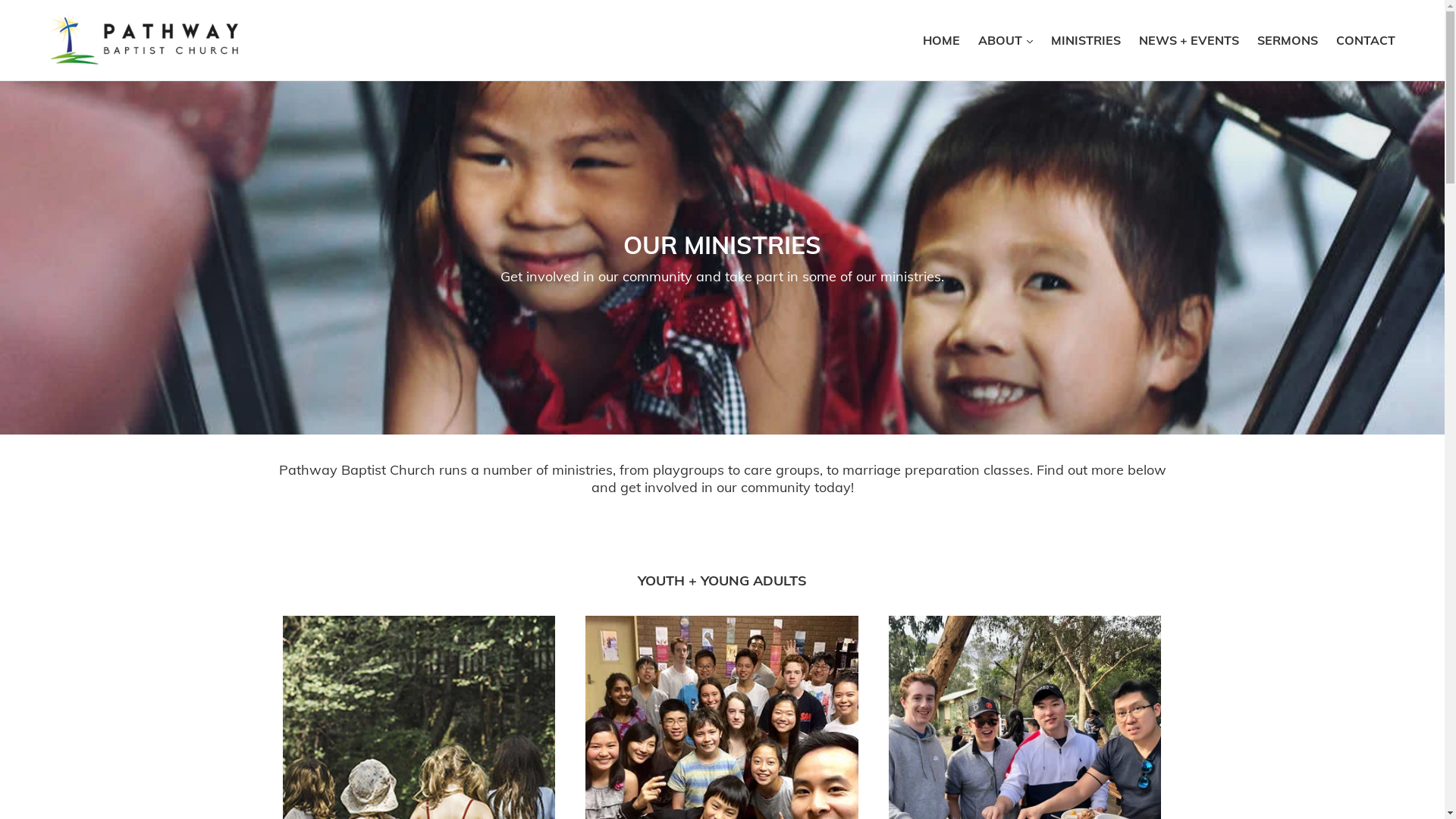 The width and height of the screenshot is (1456, 819). What do you see at coordinates (914, 39) in the screenshot?
I see `'HOME'` at bounding box center [914, 39].